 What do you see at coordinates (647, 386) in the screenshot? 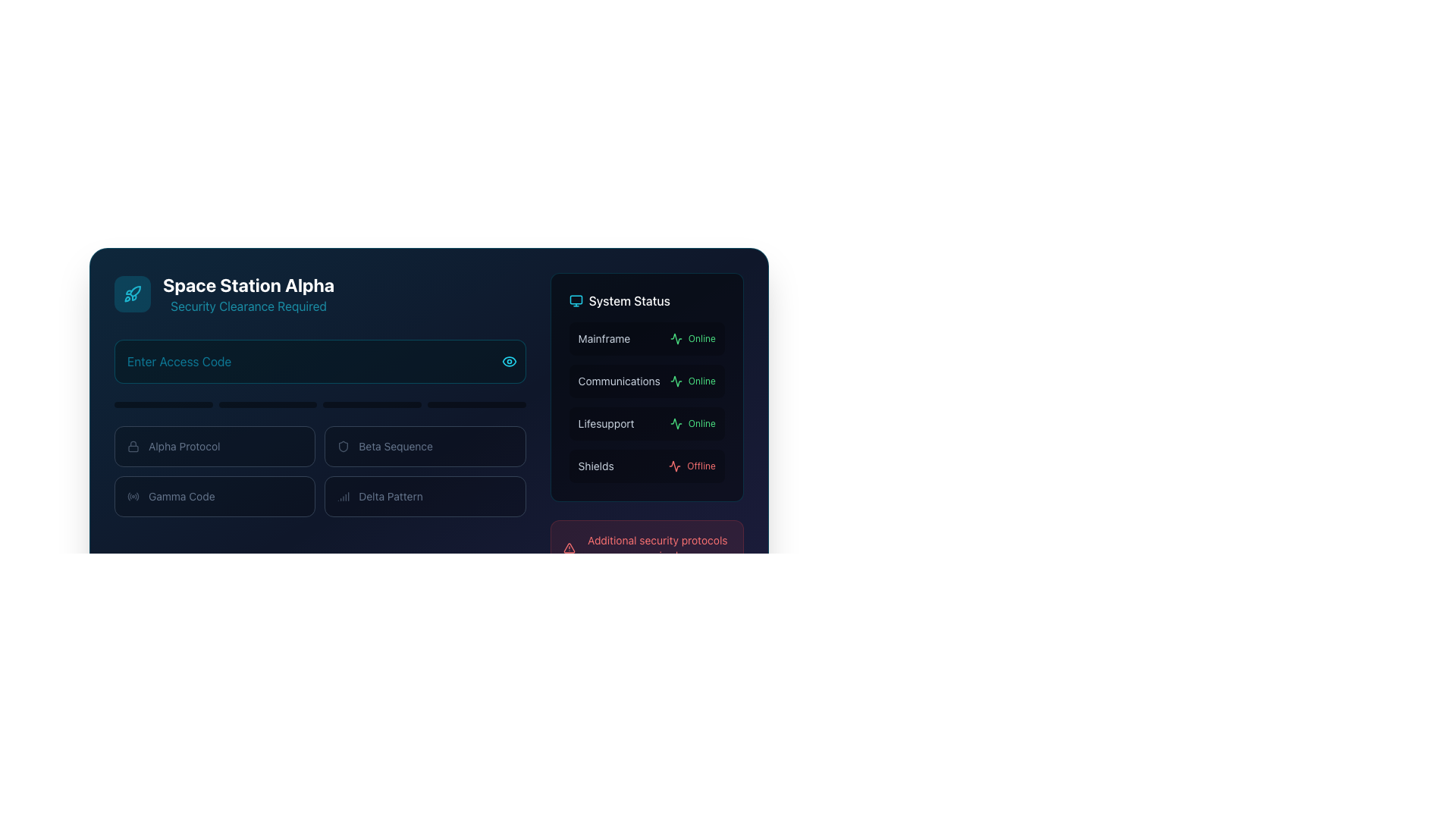
I see `the Status indicator component, which visually presents the current statuses of different systems in the upper right portion of the interface` at bounding box center [647, 386].